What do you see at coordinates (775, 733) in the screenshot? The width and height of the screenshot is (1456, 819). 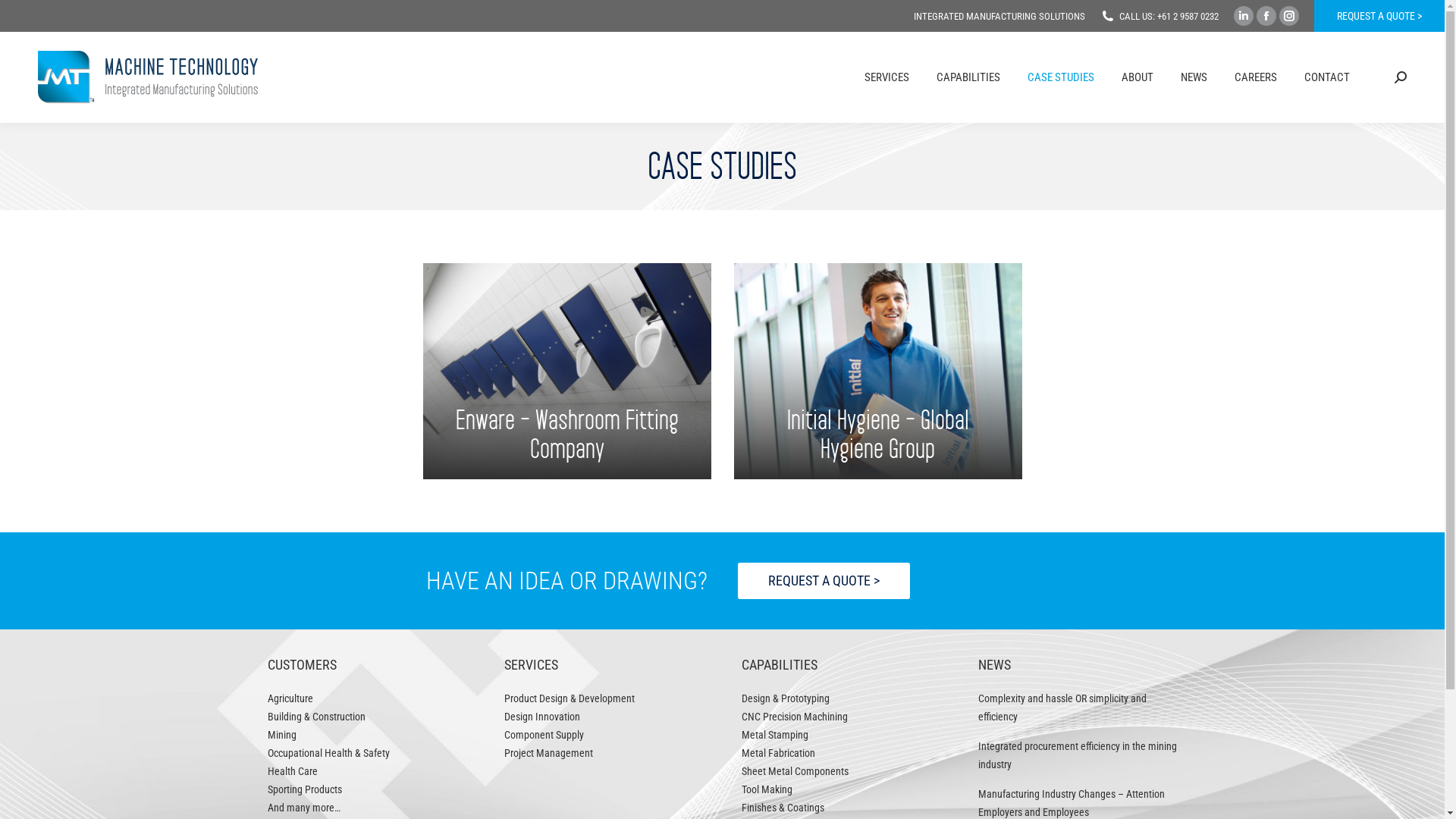 I see `'Metal Stamping'` at bounding box center [775, 733].